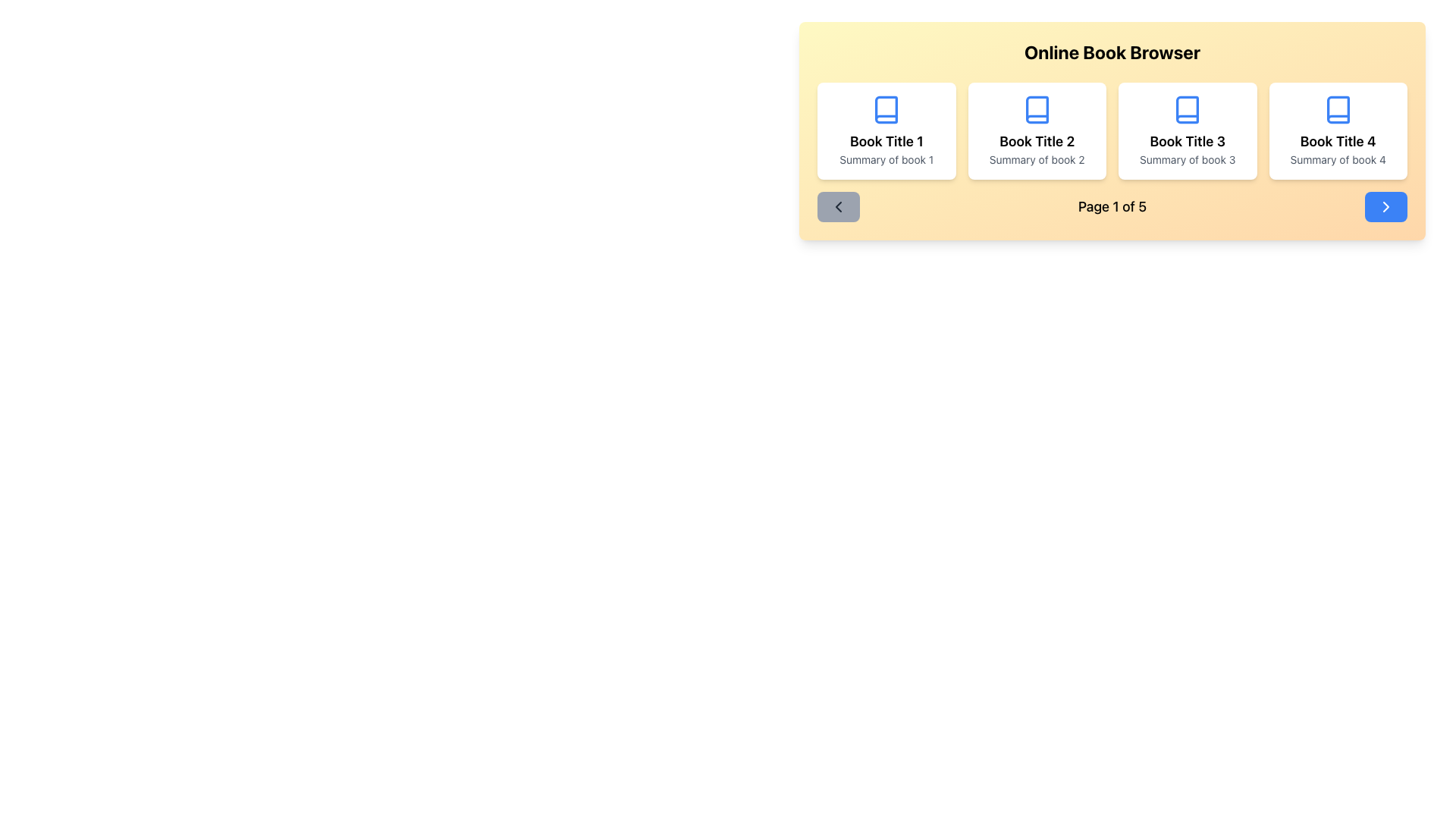 The width and height of the screenshot is (1456, 819). What do you see at coordinates (837, 207) in the screenshot?
I see `the backward navigation SVG icon located inside the button at the bottom-left corner of the interface, next to the 'Book Title 1' card` at bounding box center [837, 207].